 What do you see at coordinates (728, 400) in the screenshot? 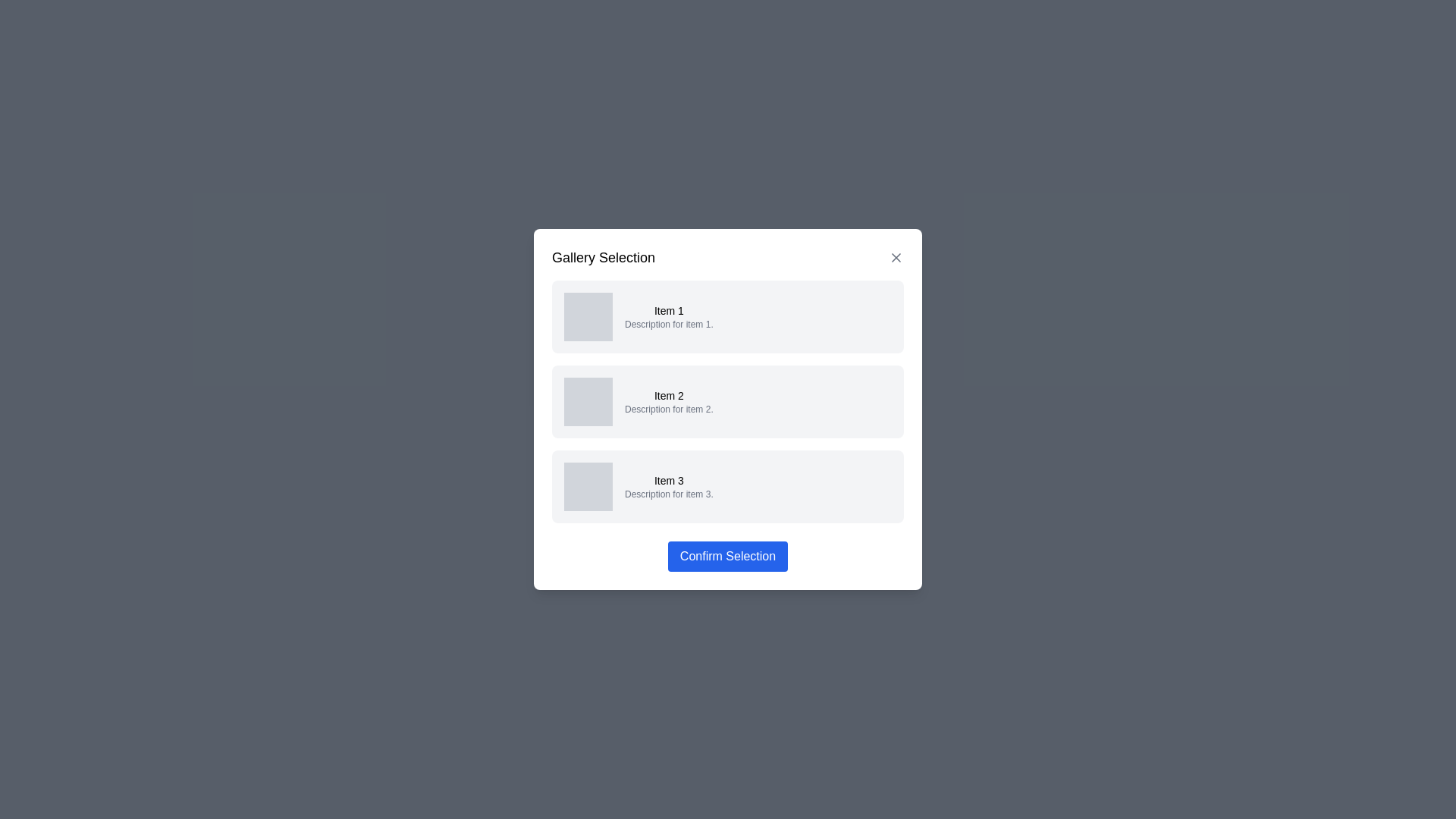
I see `the second item in the vertically stacked list in the 'Gallery Selection' modal` at bounding box center [728, 400].